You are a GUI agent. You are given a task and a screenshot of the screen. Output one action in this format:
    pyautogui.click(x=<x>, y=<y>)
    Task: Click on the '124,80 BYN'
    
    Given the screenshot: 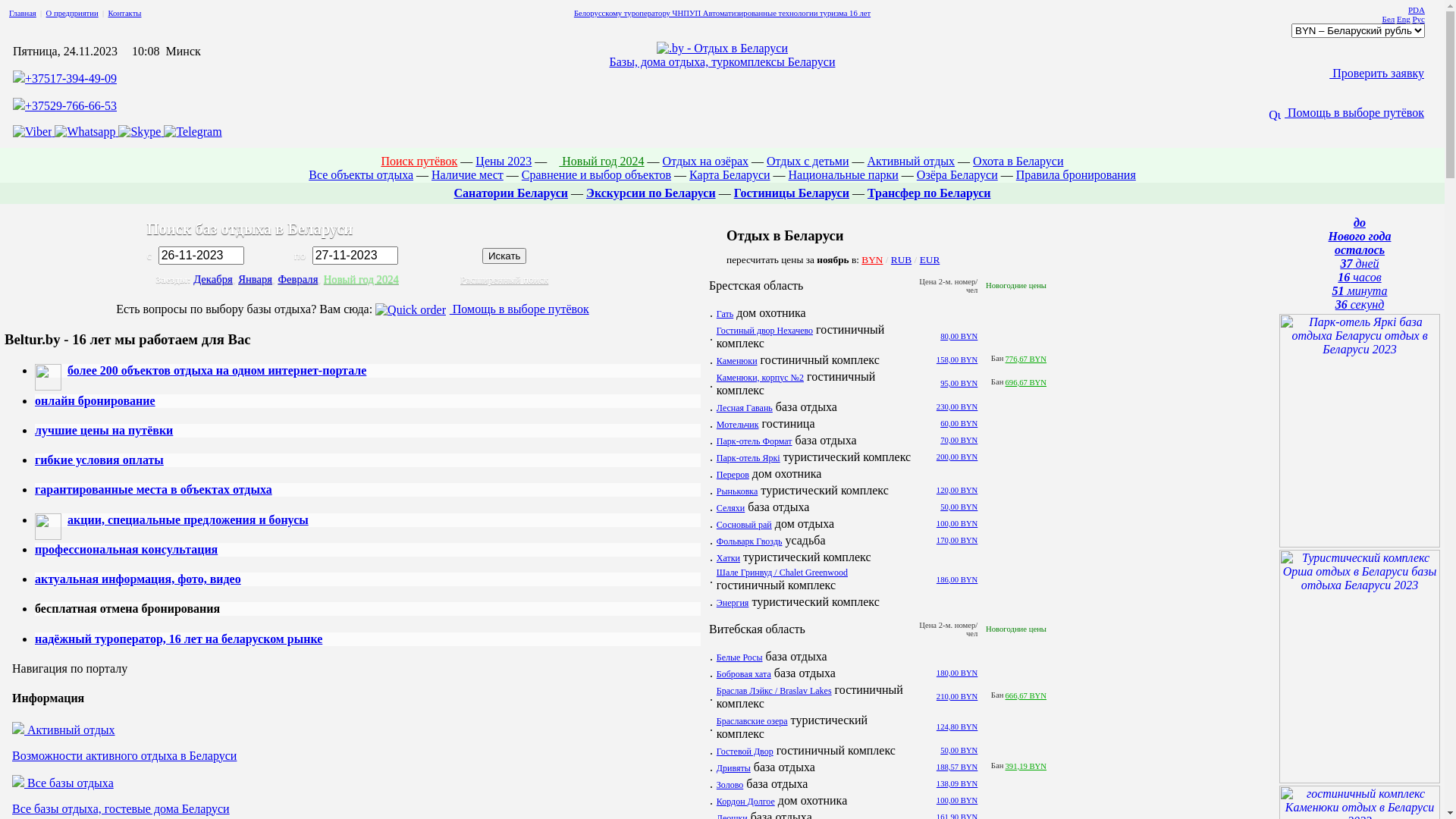 What is the action you would take?
    pyautogui.click(x=956, y=726)
    